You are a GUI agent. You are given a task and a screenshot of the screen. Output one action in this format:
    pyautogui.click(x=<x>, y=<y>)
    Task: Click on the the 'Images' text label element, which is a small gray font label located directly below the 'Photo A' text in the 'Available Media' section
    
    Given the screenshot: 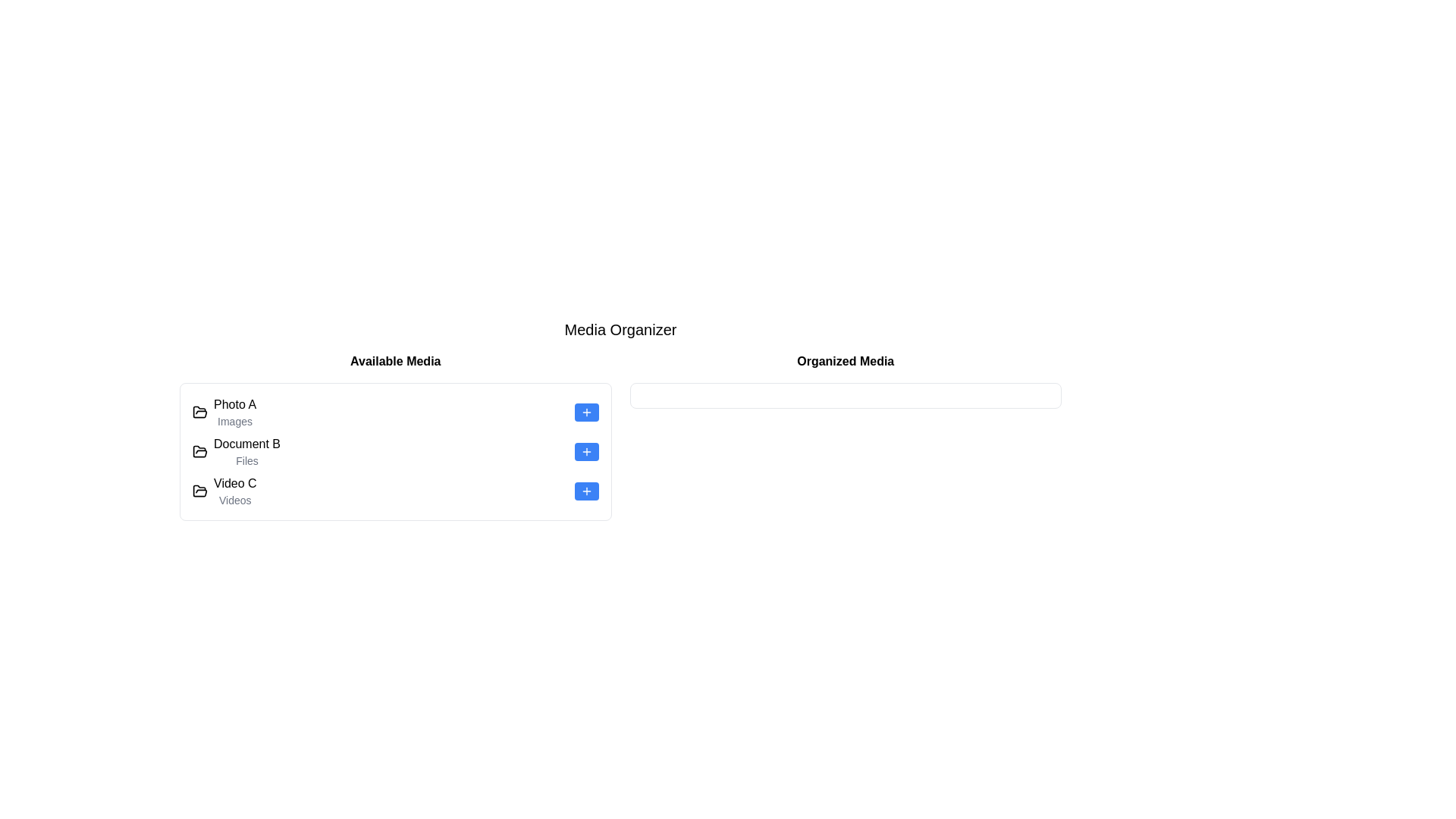 What is the action you would take?
    pyautogui.click(x=234, y=421)
    